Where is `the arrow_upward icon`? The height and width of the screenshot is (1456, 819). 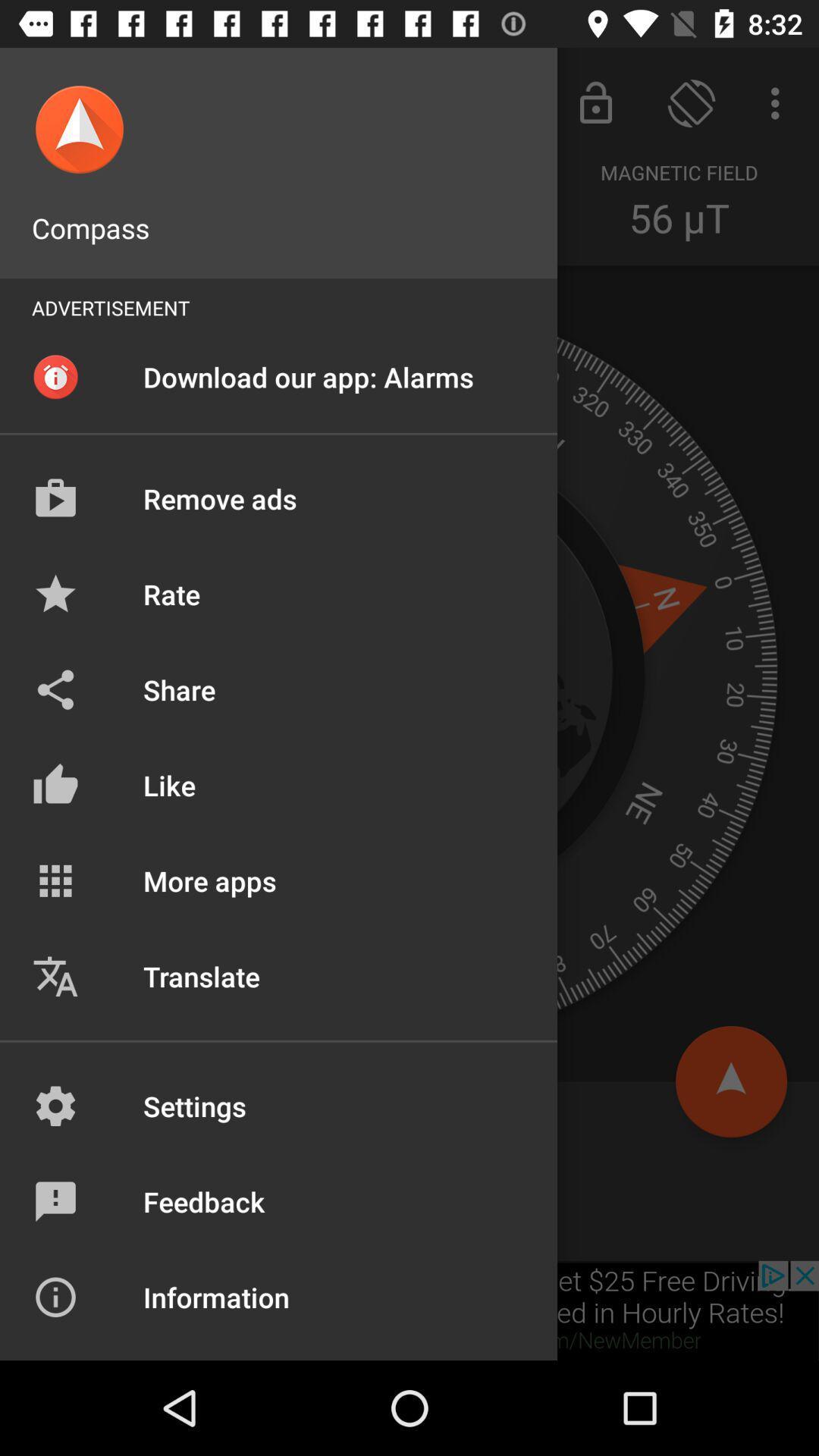 the arrow_upward icon is located at coordinates (730, 1081).